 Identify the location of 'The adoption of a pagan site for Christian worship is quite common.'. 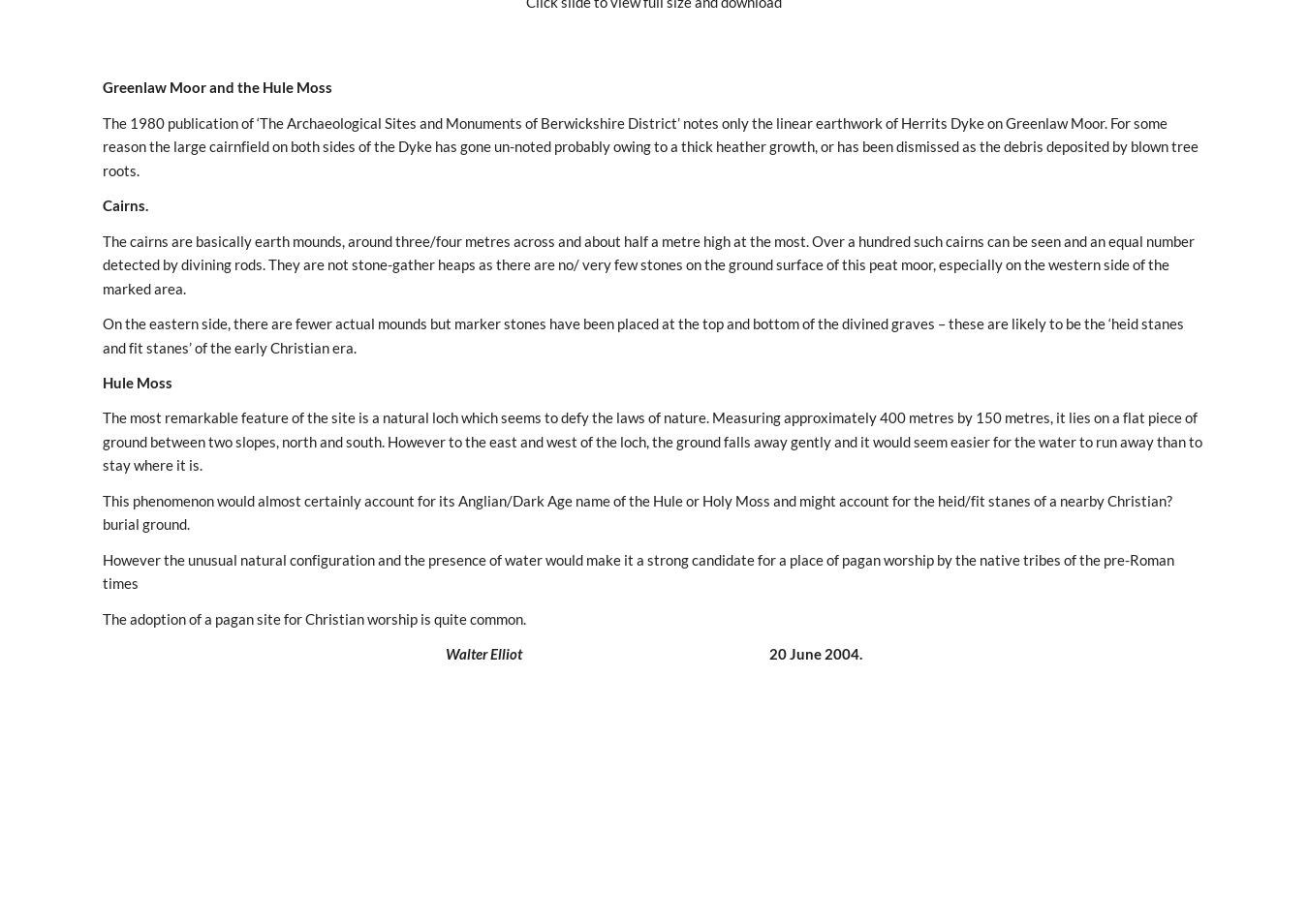
(312, 617).